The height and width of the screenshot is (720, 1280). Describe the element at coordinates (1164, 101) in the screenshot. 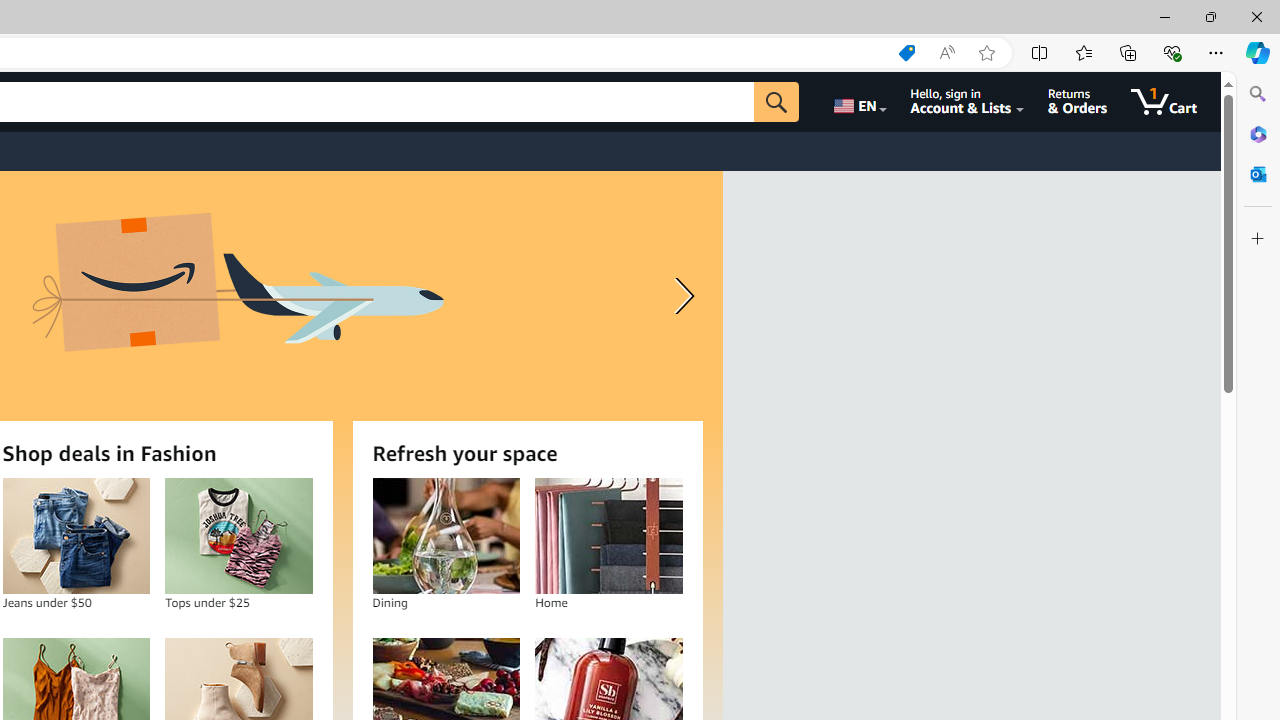

I see `'1 item in cart'` at that location.